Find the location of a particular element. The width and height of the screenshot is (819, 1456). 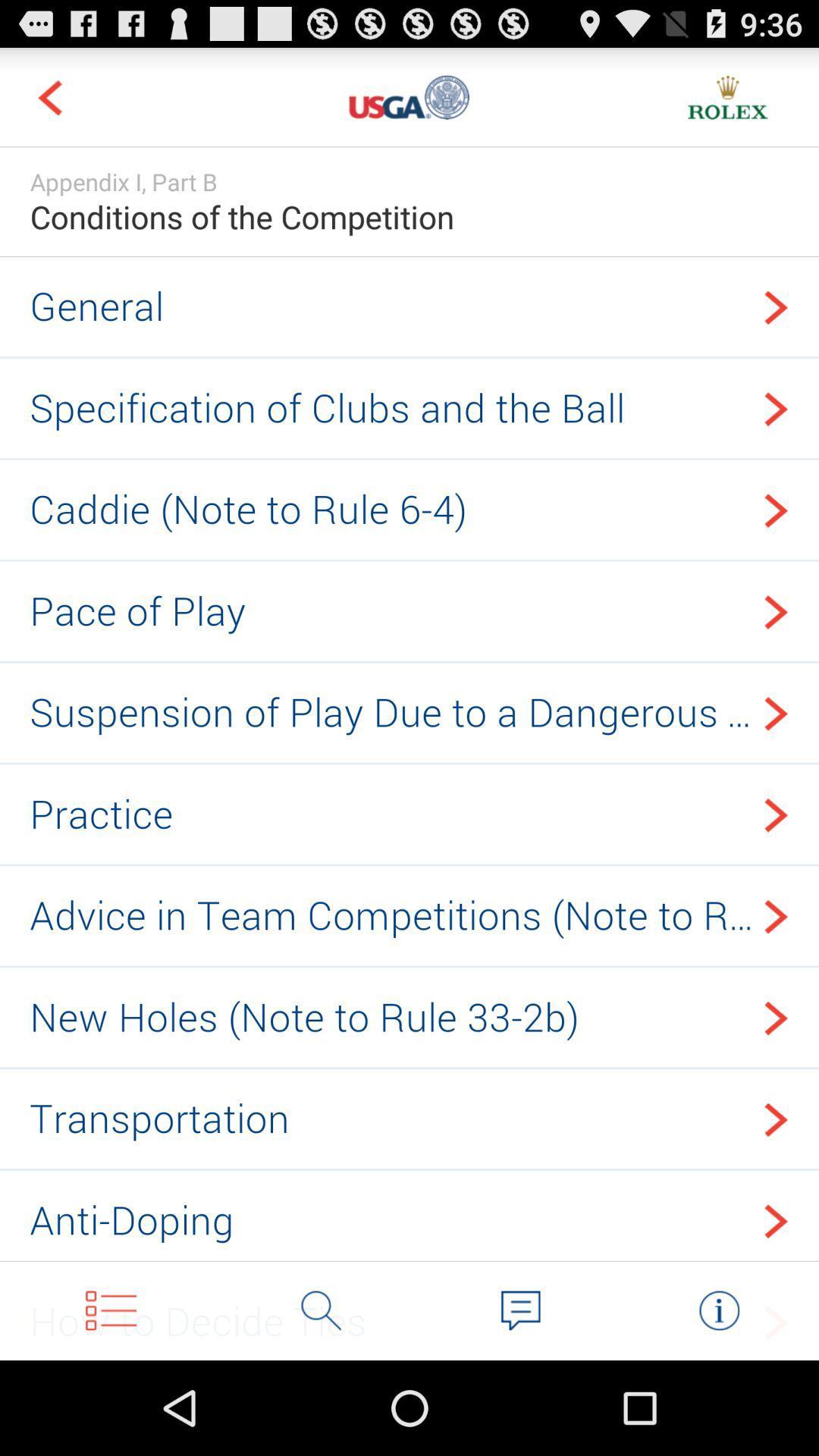

the arrow_backward icon is located at coordinates (49, 103).